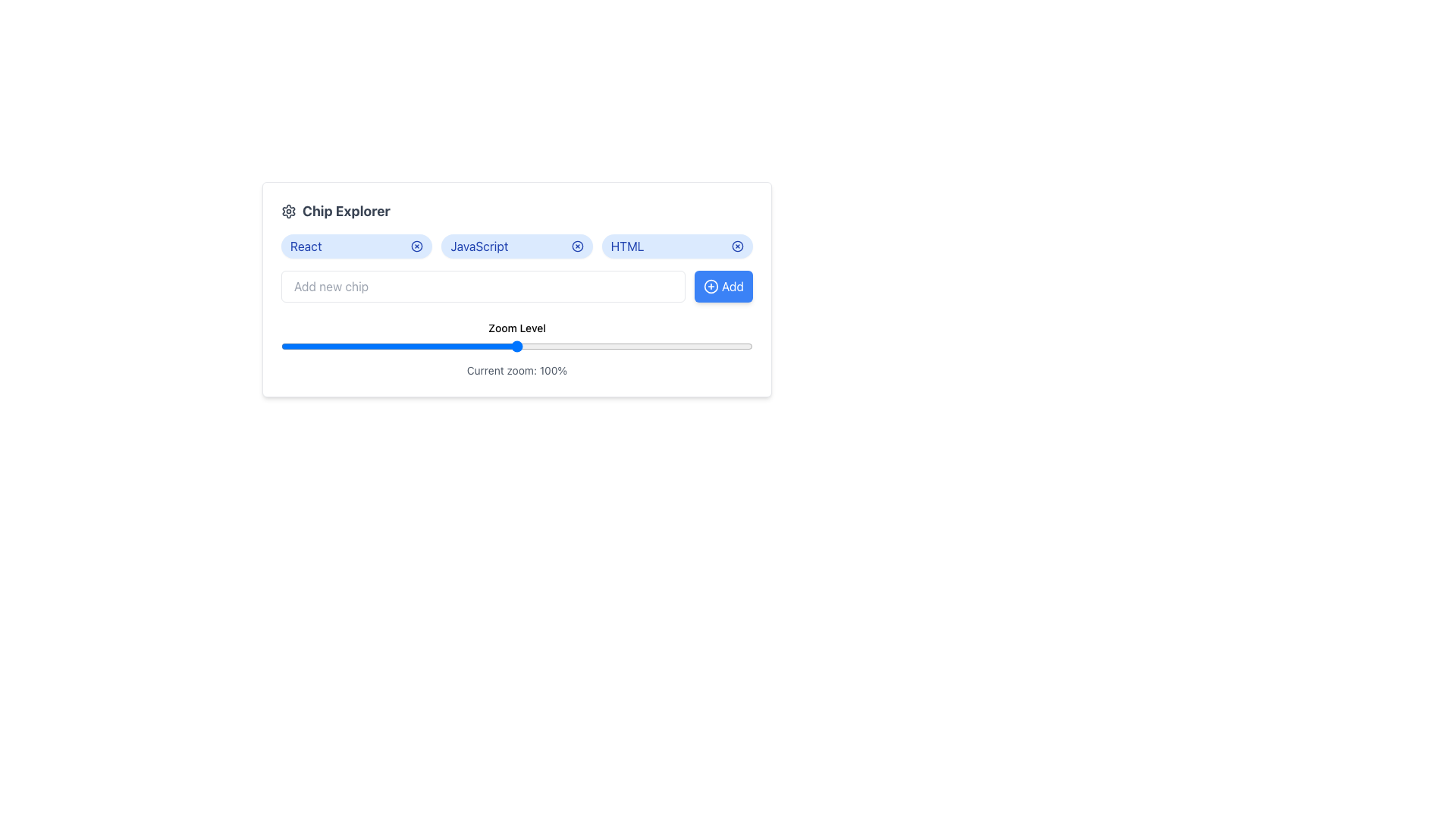 This screenshot has height=819, width=1456. Describe the element at coordinates (710, 287) in the screenshot. I see `the circular blue icon with a white cross symbol, which is positioned to the right of the 'Add' button at the bottom-right of the main interface` at that location.